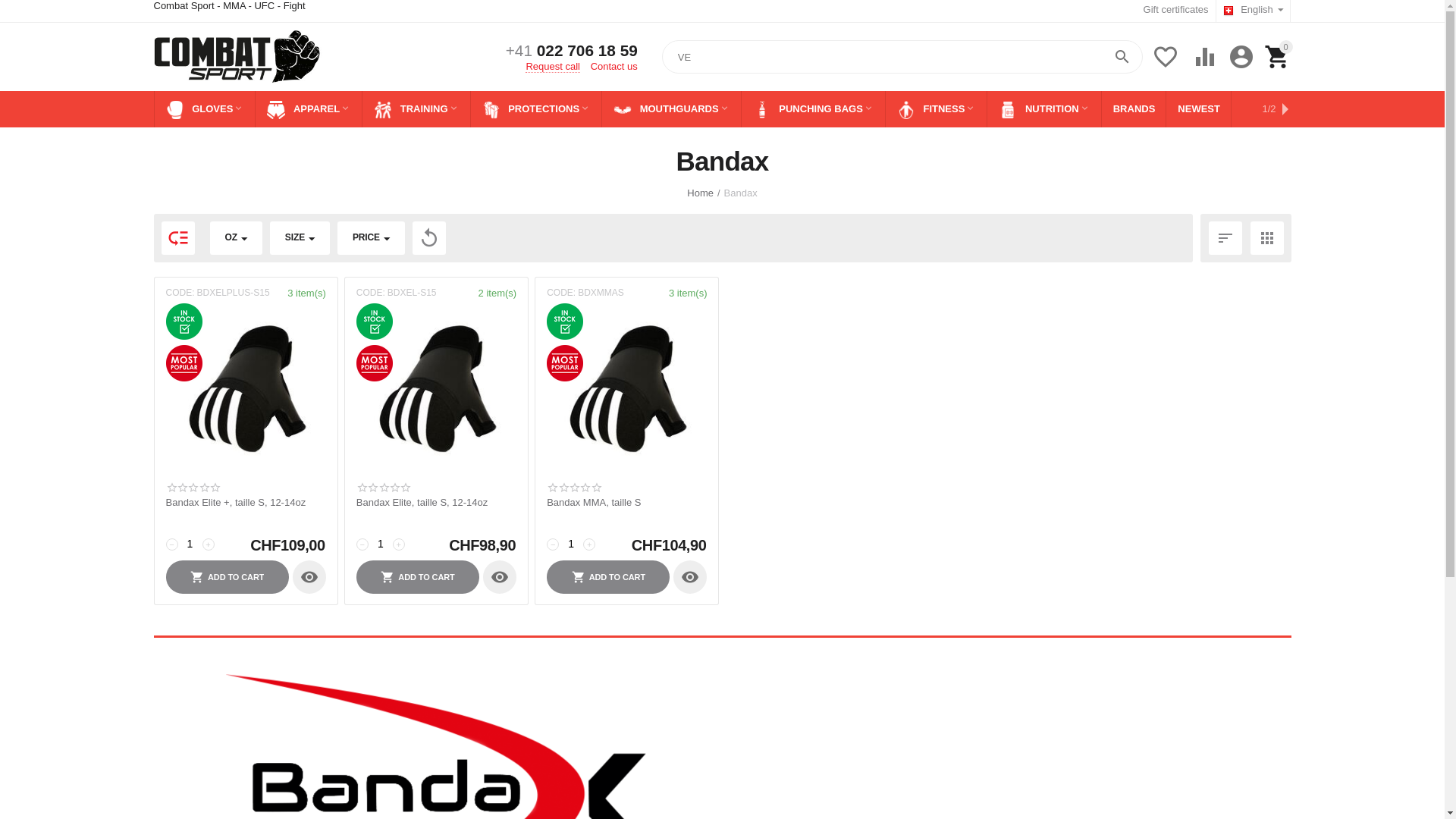 This screenshot has width=1456, height=819. What do you see at coordinates (245, 503) in the screenshot?
I see `'Bandax Elite +, taille S, 12-14oz'` at bounding box center [245, 503].